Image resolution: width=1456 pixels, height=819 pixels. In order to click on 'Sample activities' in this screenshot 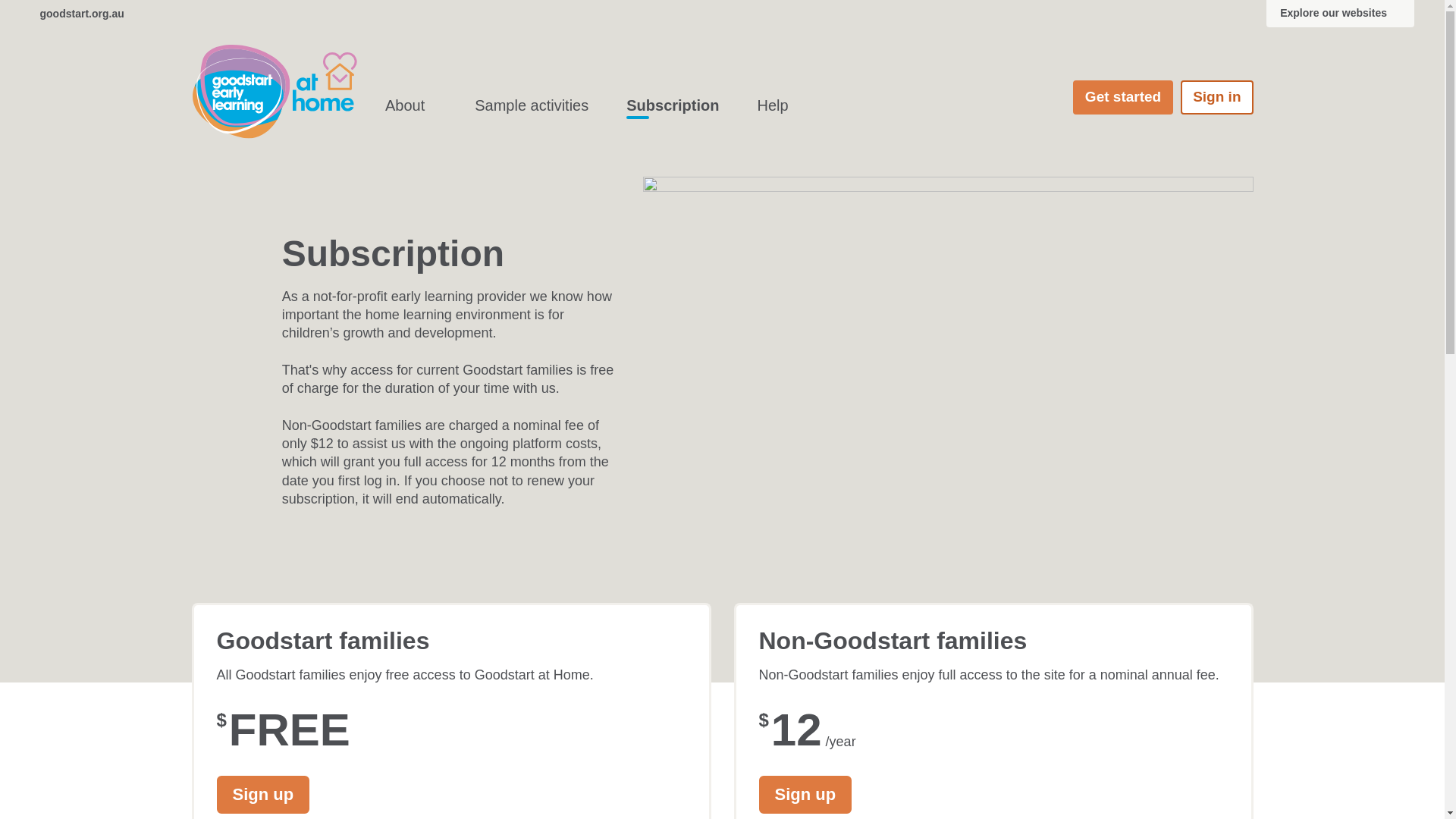, I will do `click(531, 105)`.